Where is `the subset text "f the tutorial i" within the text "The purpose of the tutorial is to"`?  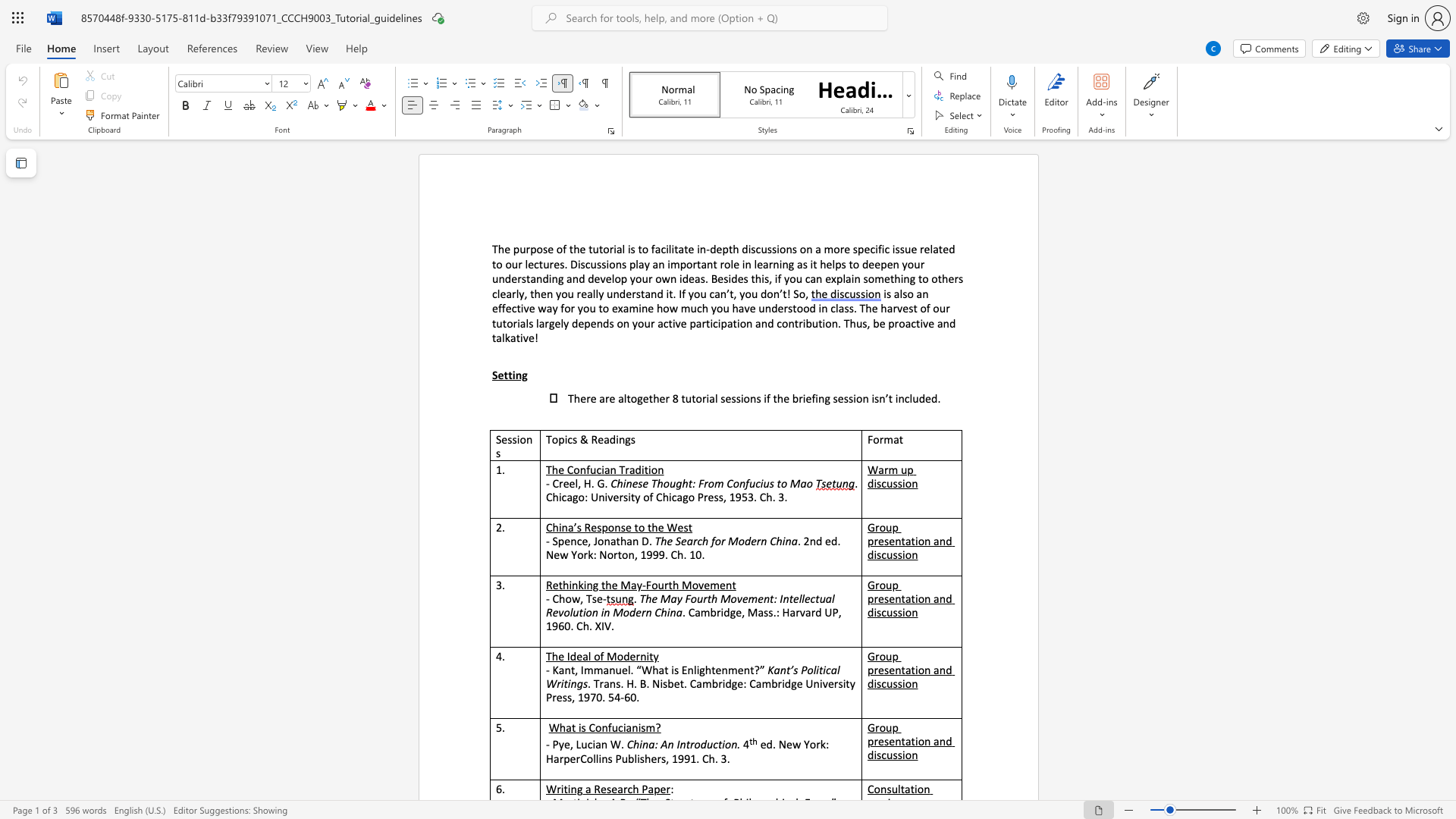 the subset text "f the tutorial i" within the text "The purpose of the tutorial is to" is located at coordinates (562, 248).